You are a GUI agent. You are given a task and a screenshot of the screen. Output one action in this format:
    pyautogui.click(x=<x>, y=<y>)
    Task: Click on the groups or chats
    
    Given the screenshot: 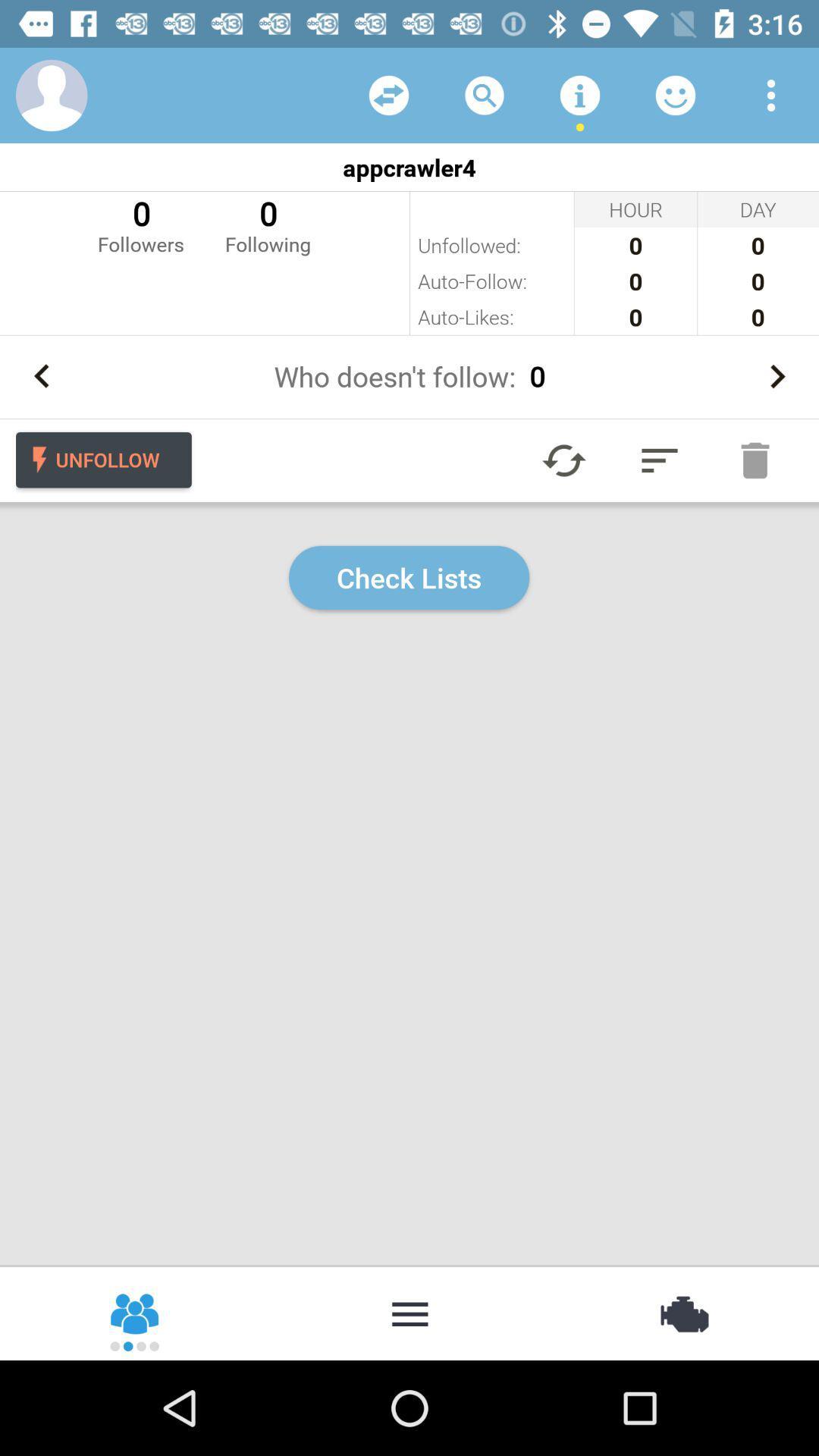 What is the action you would take?
    pyautogui.click(x=135, y=1312)
    